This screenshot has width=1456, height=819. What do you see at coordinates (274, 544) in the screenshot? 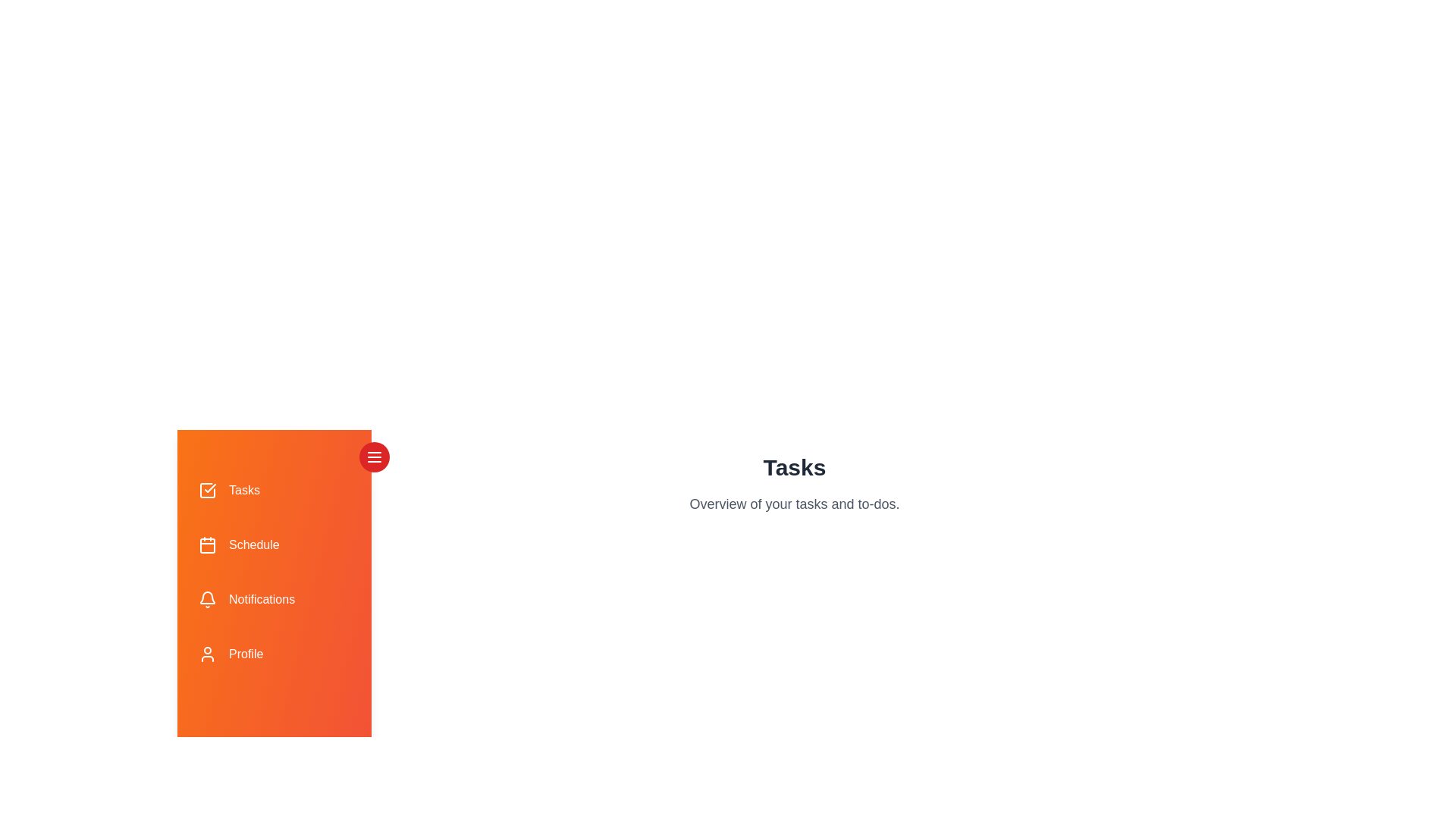
I see `the tab labeled Schedule to switch to it` at bounding box center [274, 544].